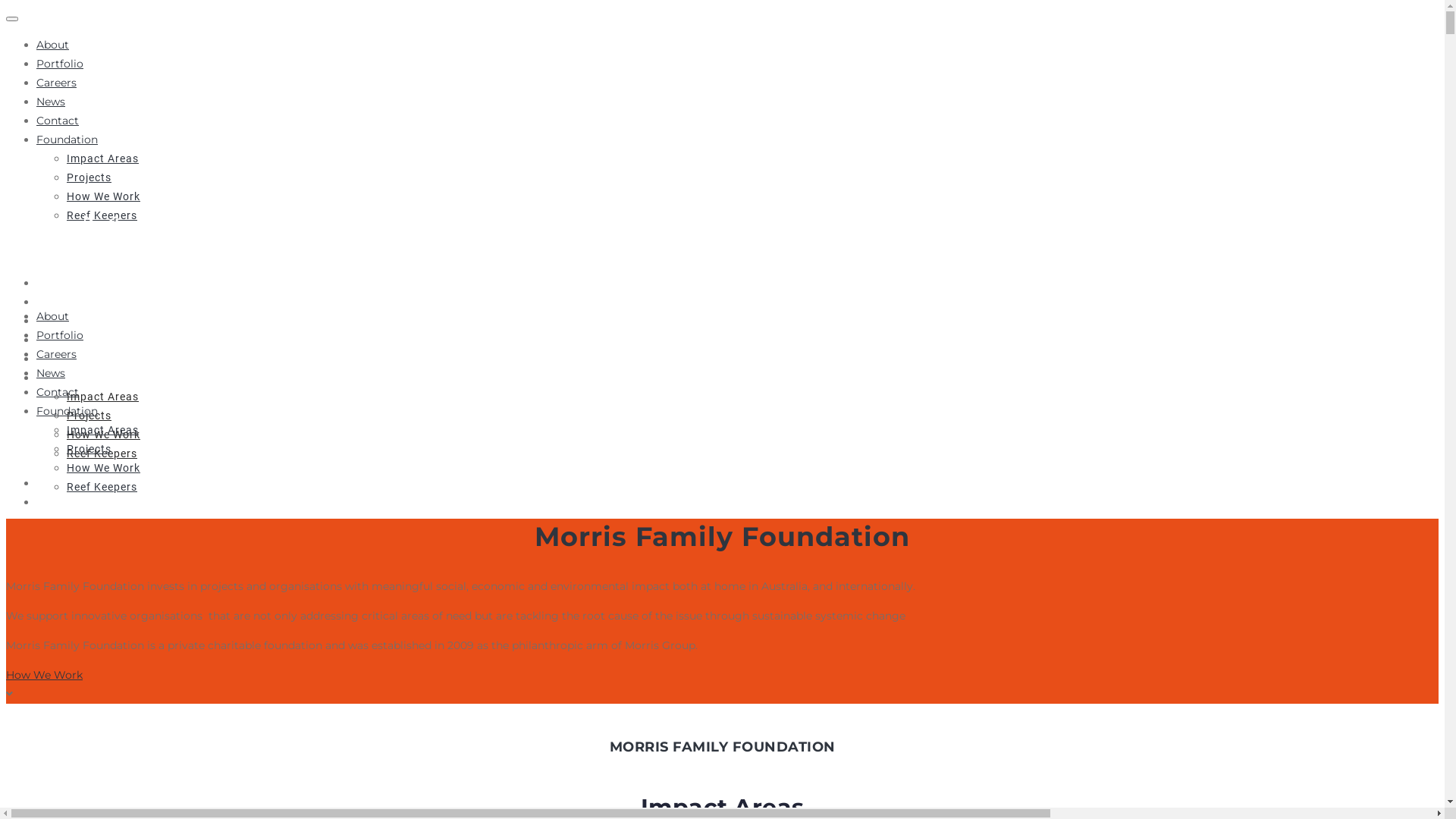 The width and height of the screenshot is (1456, 819). What do you see at coordinates (36, 315) in the screenshot?
I see `'About'` at bounding box center [36, 315].